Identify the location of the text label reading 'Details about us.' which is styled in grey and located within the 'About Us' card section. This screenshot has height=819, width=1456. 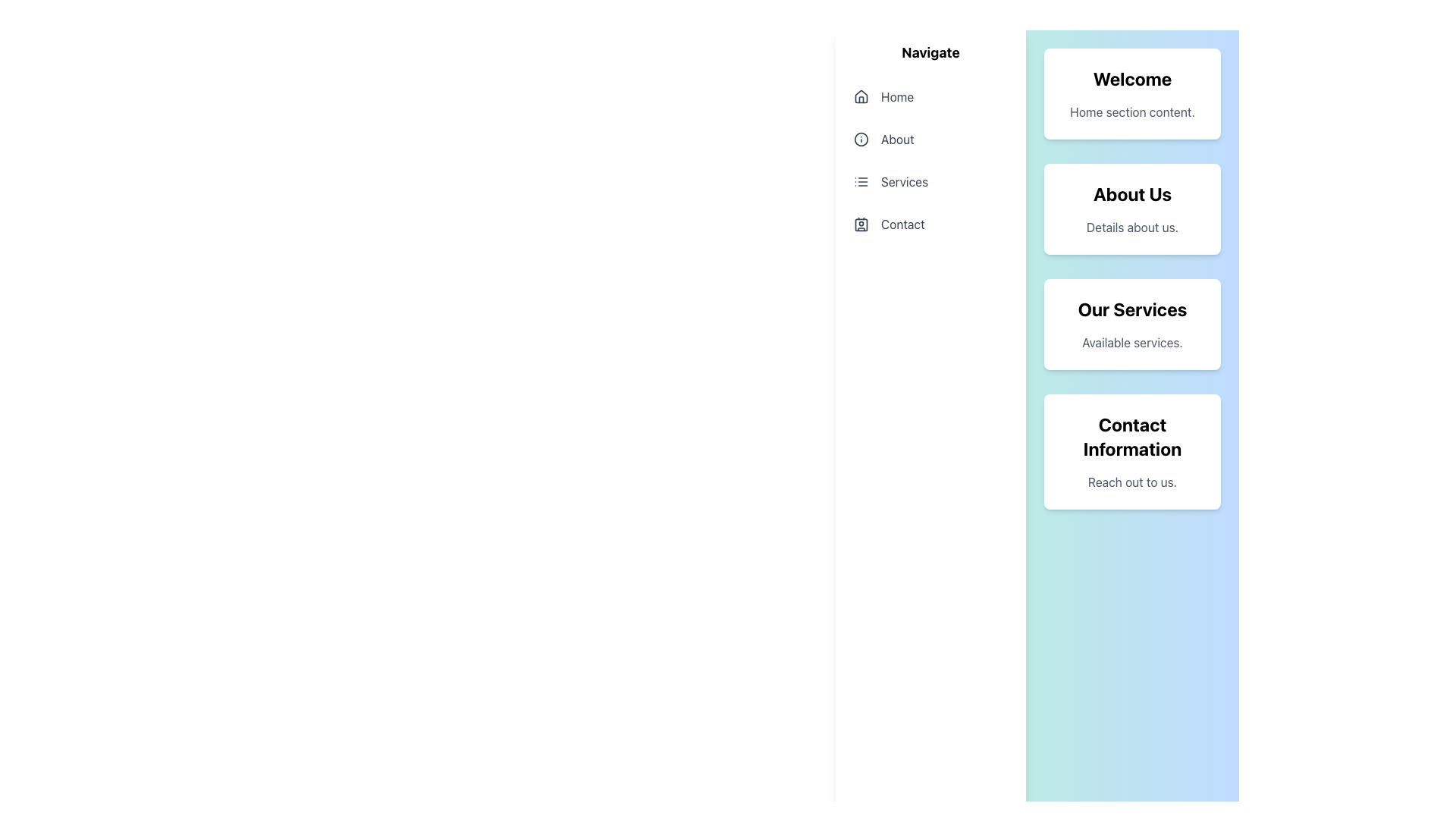
(1132, 227).